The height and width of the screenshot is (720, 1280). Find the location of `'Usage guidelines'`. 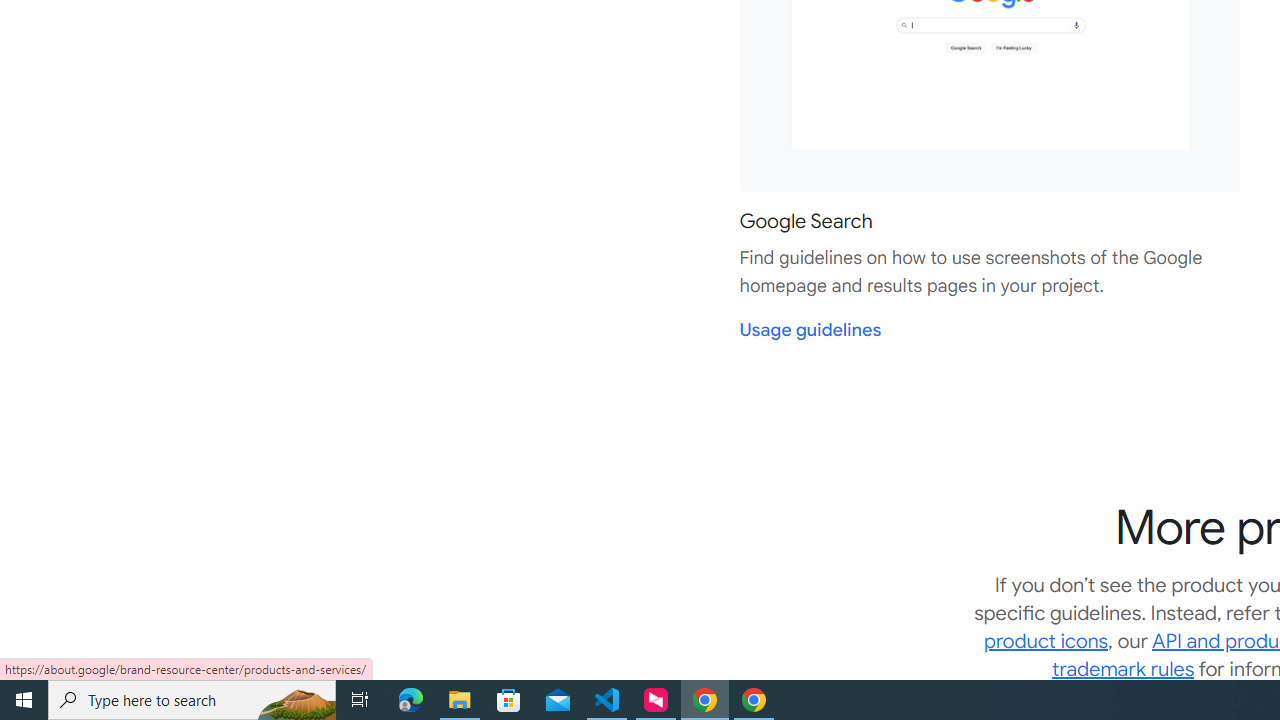

'Usage guidelines' is located at coordinates (810, 329).